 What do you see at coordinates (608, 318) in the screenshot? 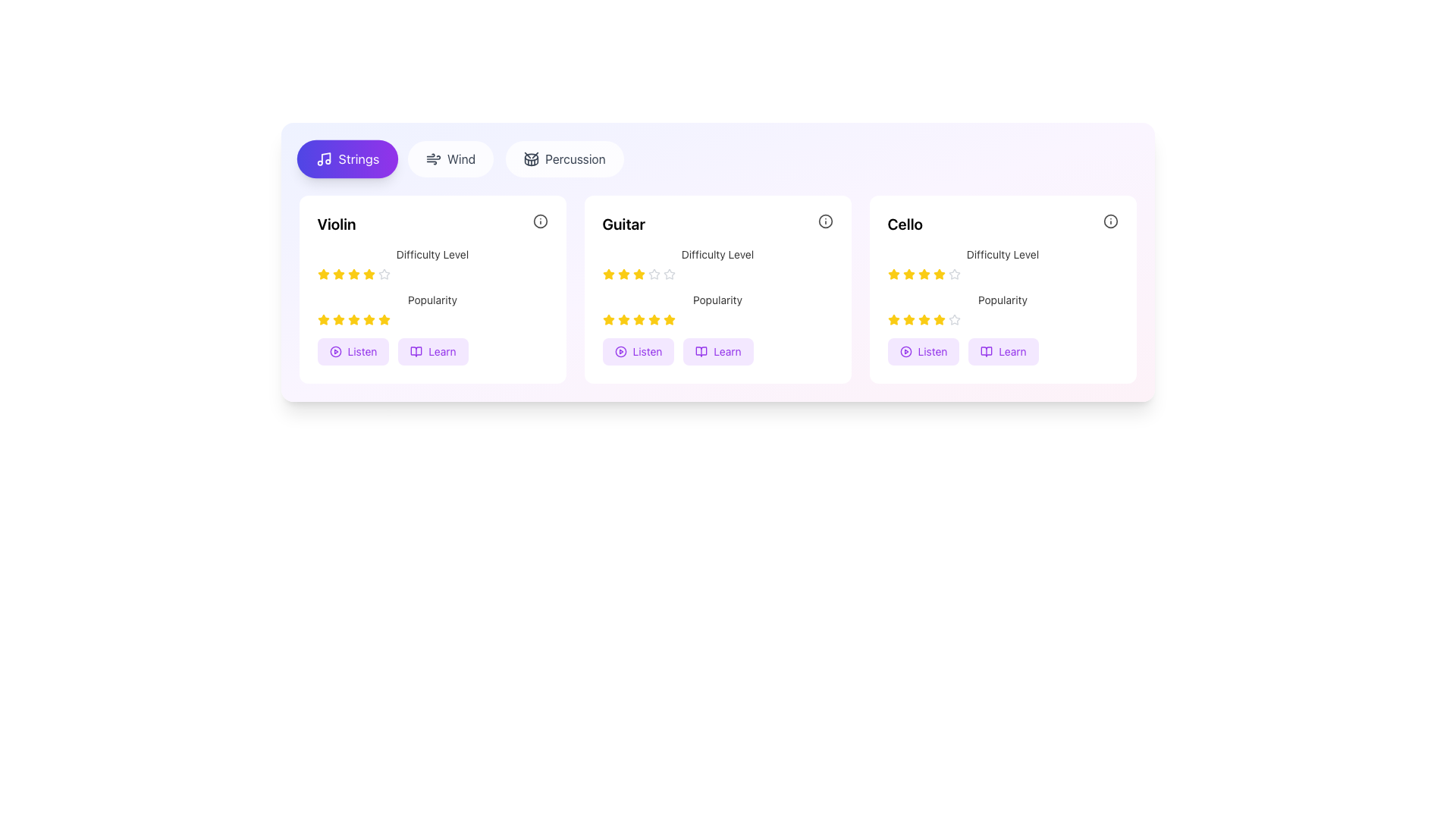
I see `the fifth yellow rating star icon in the 'Popularity' section of the 'Guitar' card` at bounding box center [608, 318].